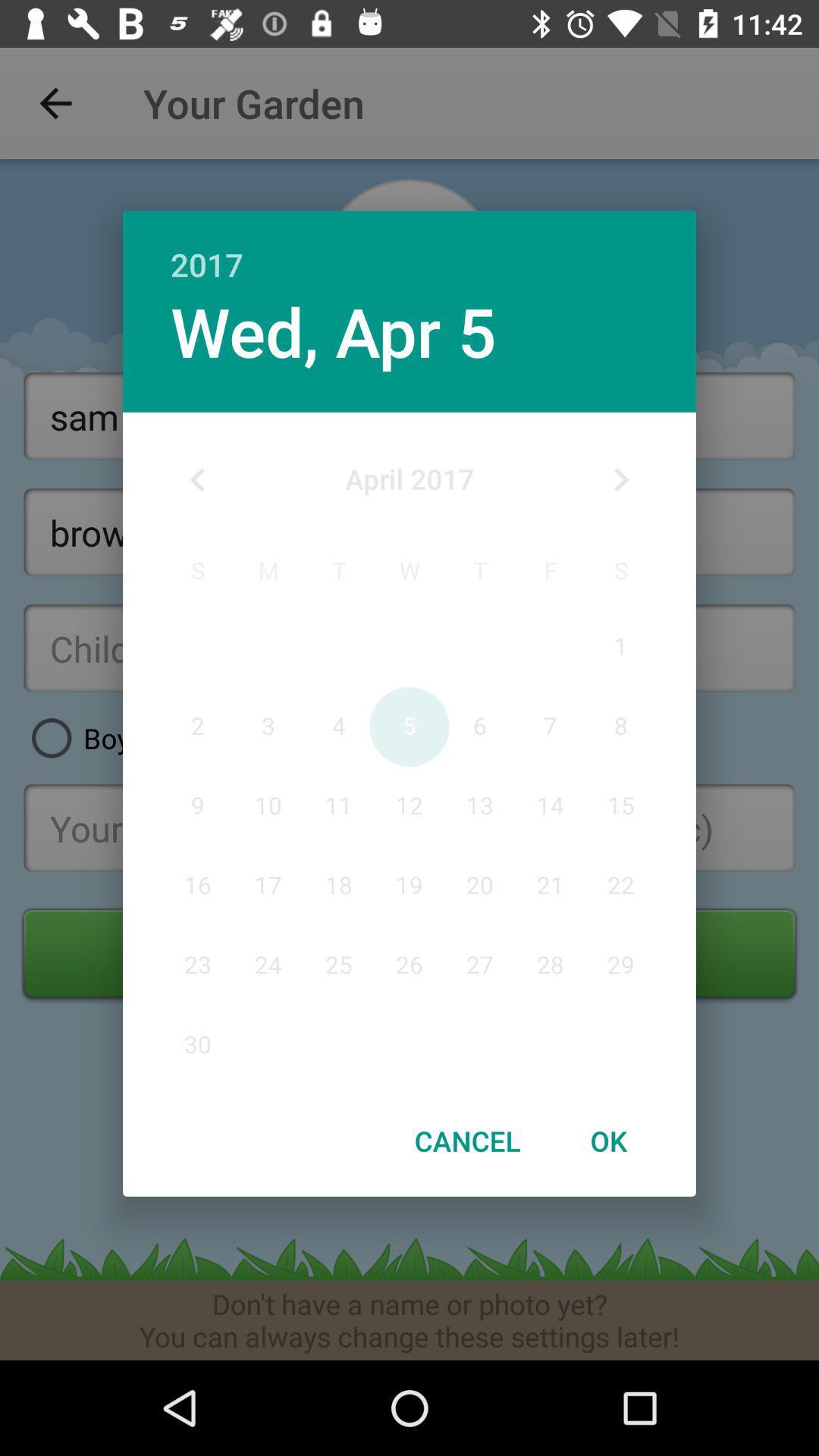  I want to click on the item above the ok item, so click(620, 479).